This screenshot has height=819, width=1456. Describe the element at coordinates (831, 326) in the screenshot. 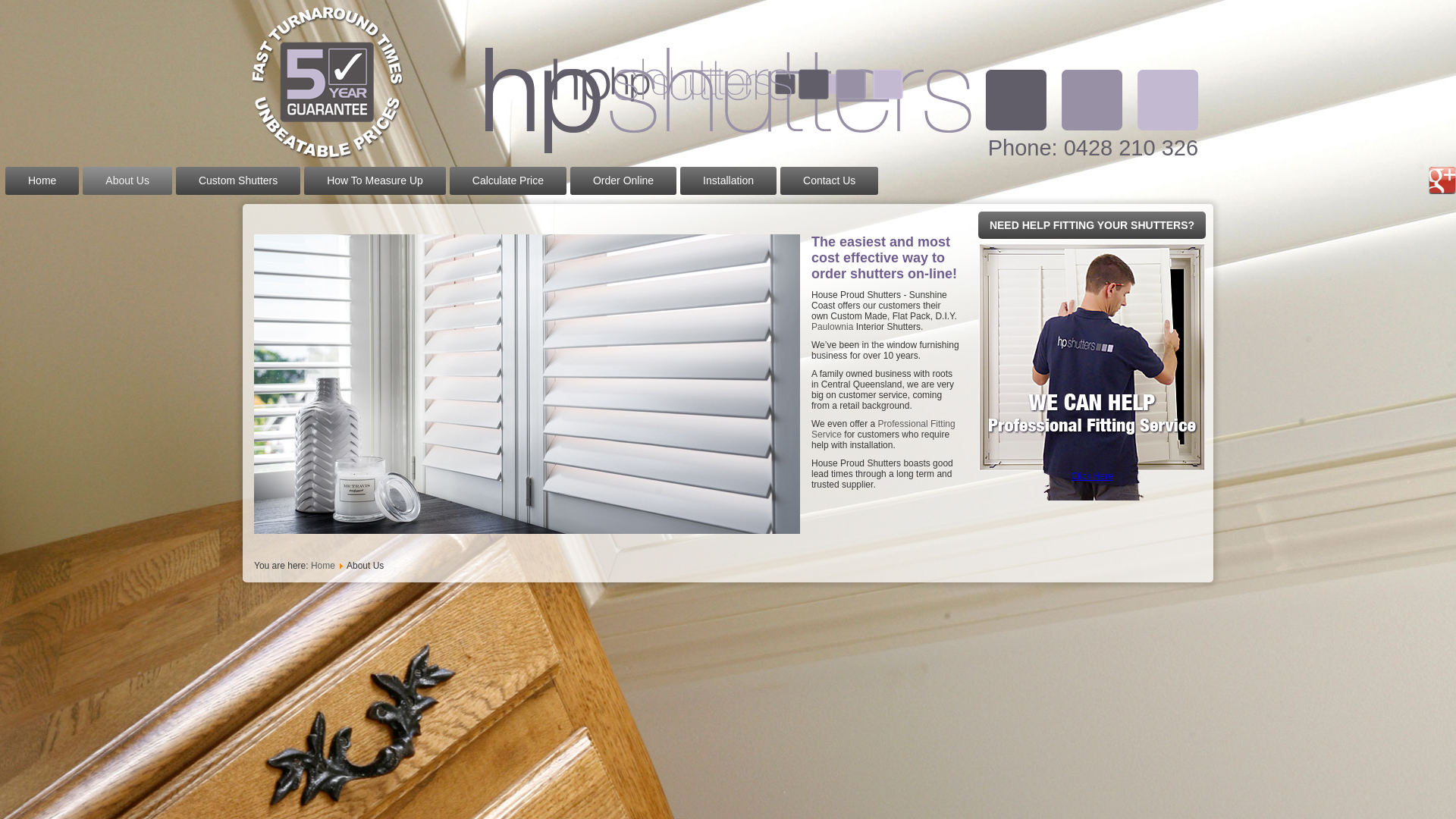

I see `'Paulownia'` at that location.